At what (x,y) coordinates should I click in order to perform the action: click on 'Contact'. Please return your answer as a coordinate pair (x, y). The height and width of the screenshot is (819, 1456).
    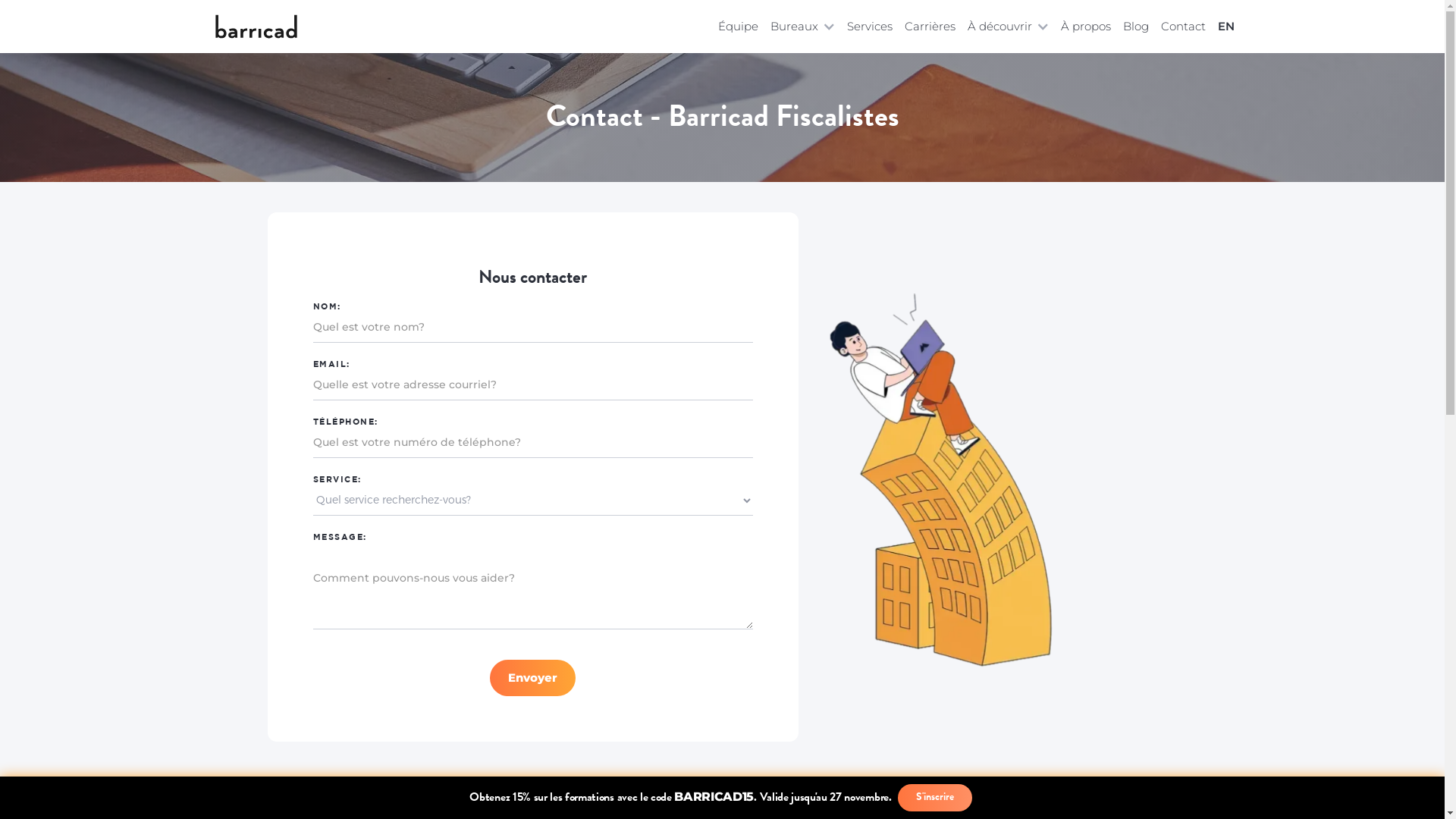
    Looking at the image, I should click on (1181, 26).